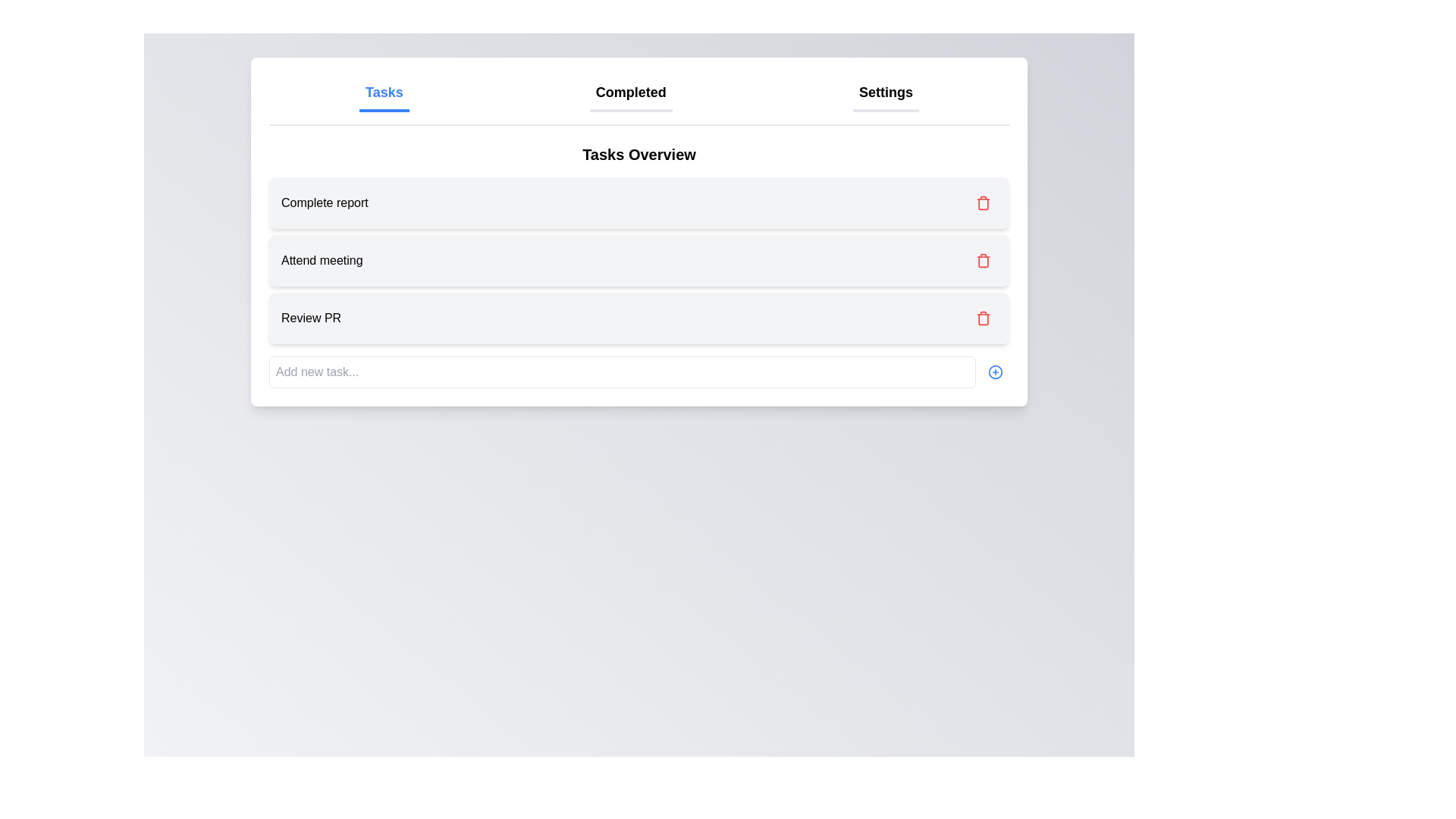 The image size is (1456, 819). Describe the element at coordinates (631, 93) in the screenshot. I see `the navigation label between 'Tasks' and 'Settings'` at that location.